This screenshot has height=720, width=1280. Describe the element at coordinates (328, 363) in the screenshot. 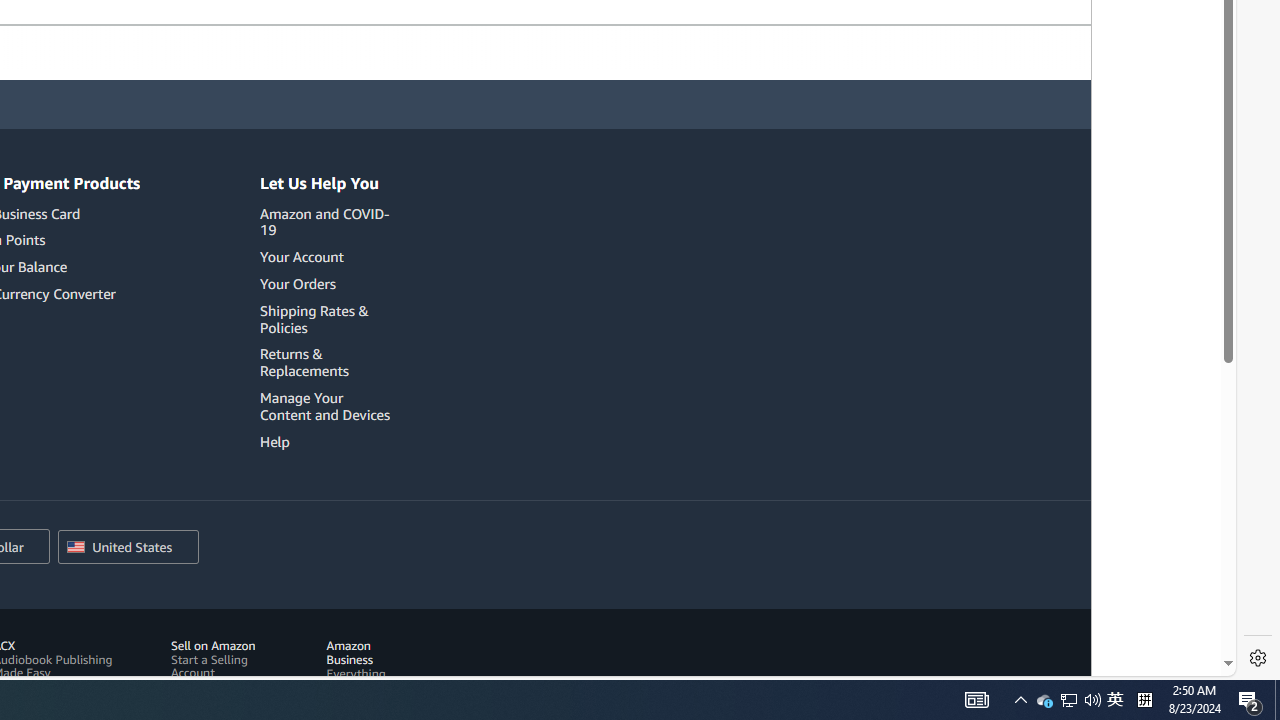

I see `'Returns & Replacements'` at that location.